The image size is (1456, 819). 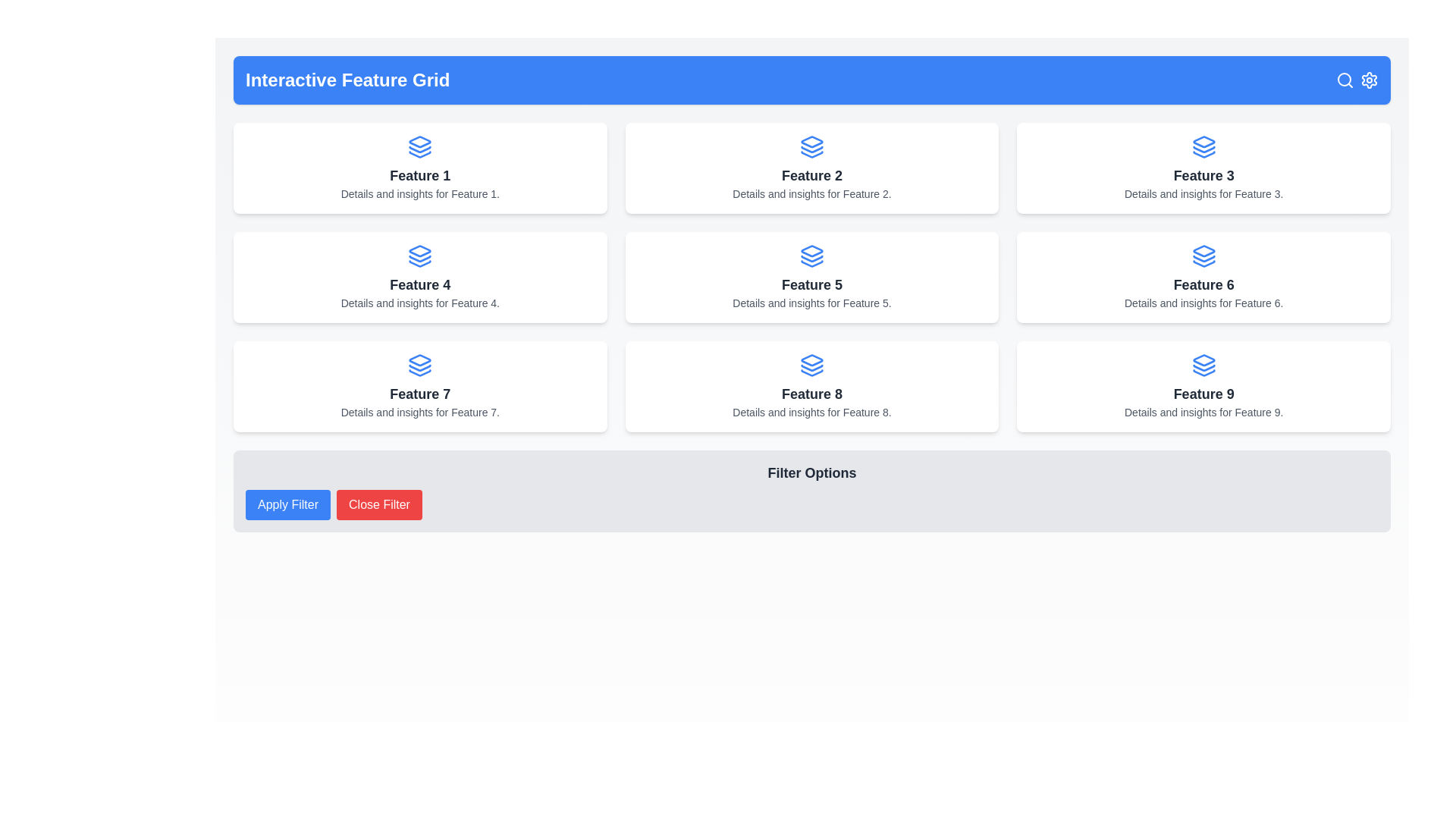 I want to click on the text label element that serves as the title for the 'Feature 8' card, located in the central column of the third row, positioned below a decorative icon, so click(x=811, y=394).